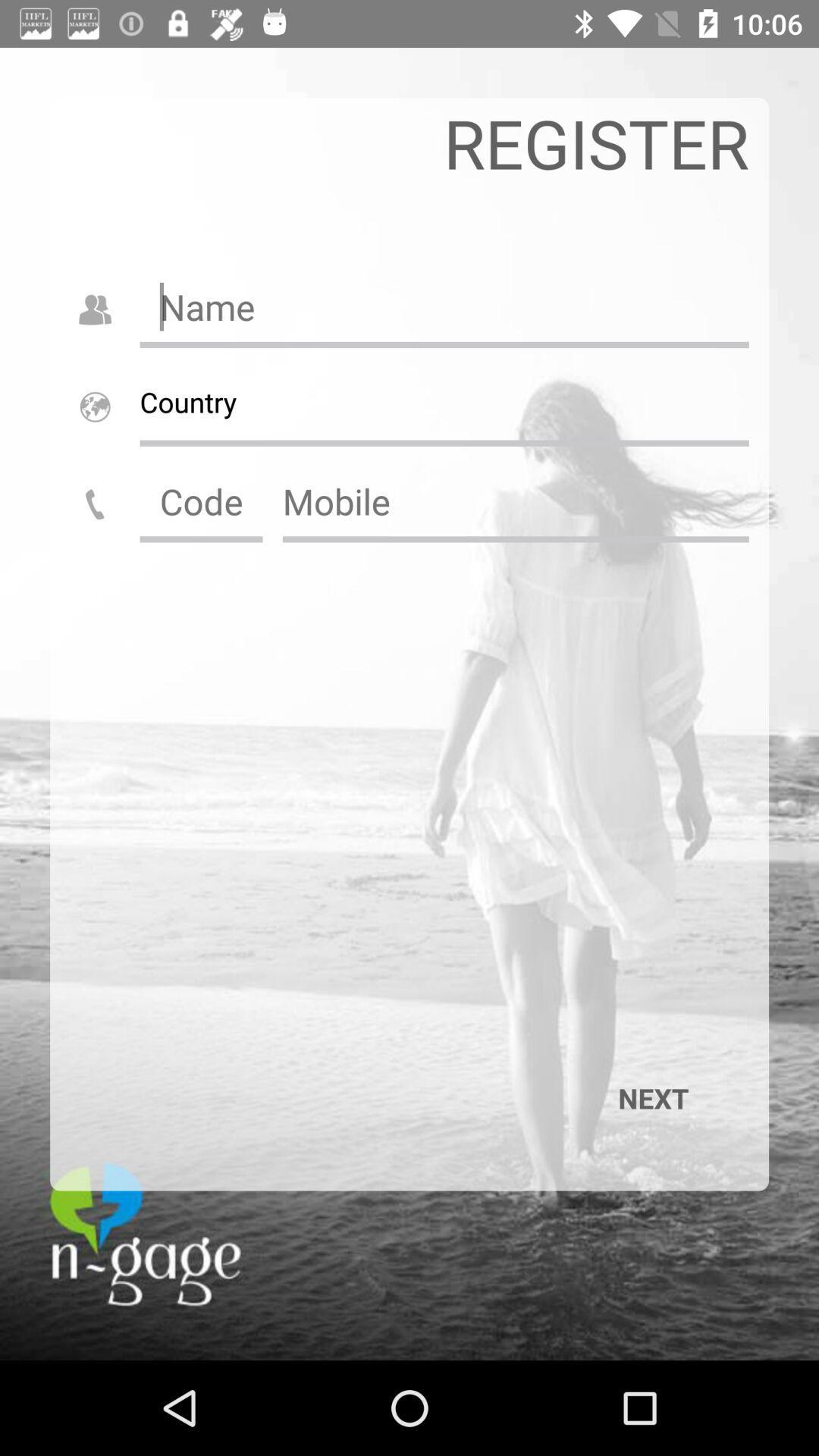 The image size is (819, 1456). What do you see at coordinates (444, 306) in the screenshot?
I see `name box` at bounding box center [444, 306].